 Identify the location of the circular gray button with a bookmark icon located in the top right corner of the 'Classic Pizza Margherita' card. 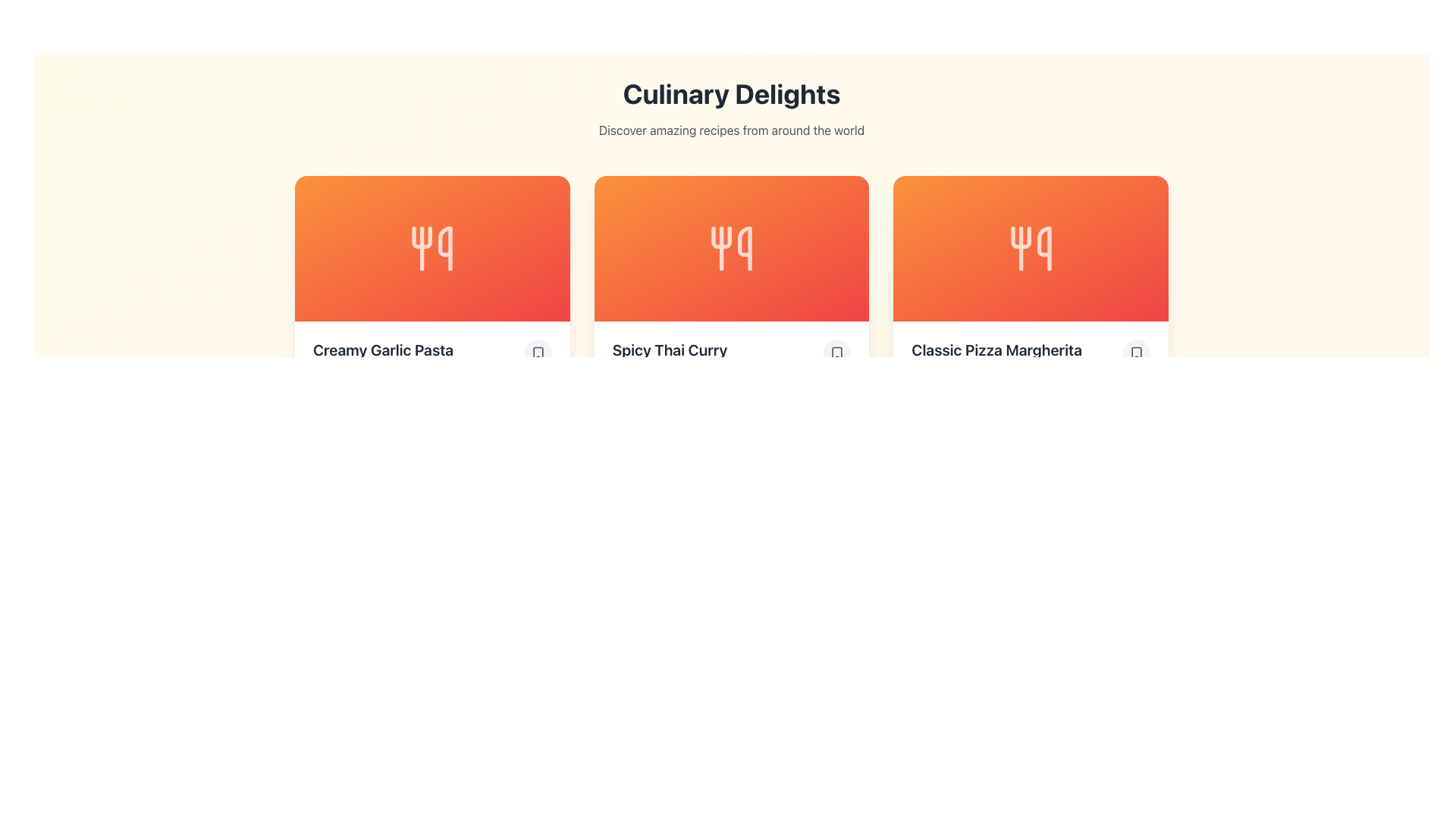
(1136, 353).